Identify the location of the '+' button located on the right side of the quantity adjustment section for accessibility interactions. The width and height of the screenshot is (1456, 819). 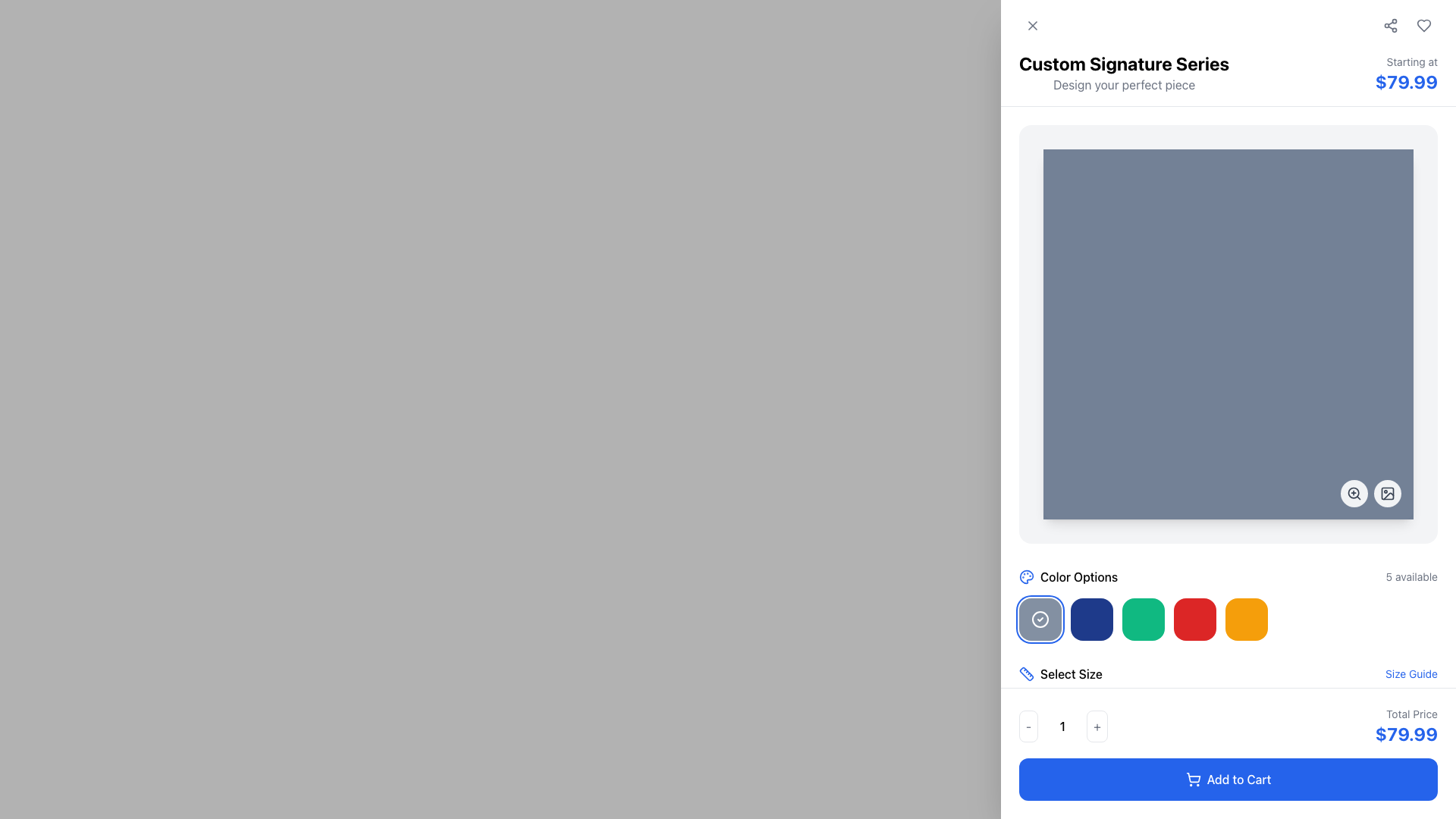
(1097, 725).